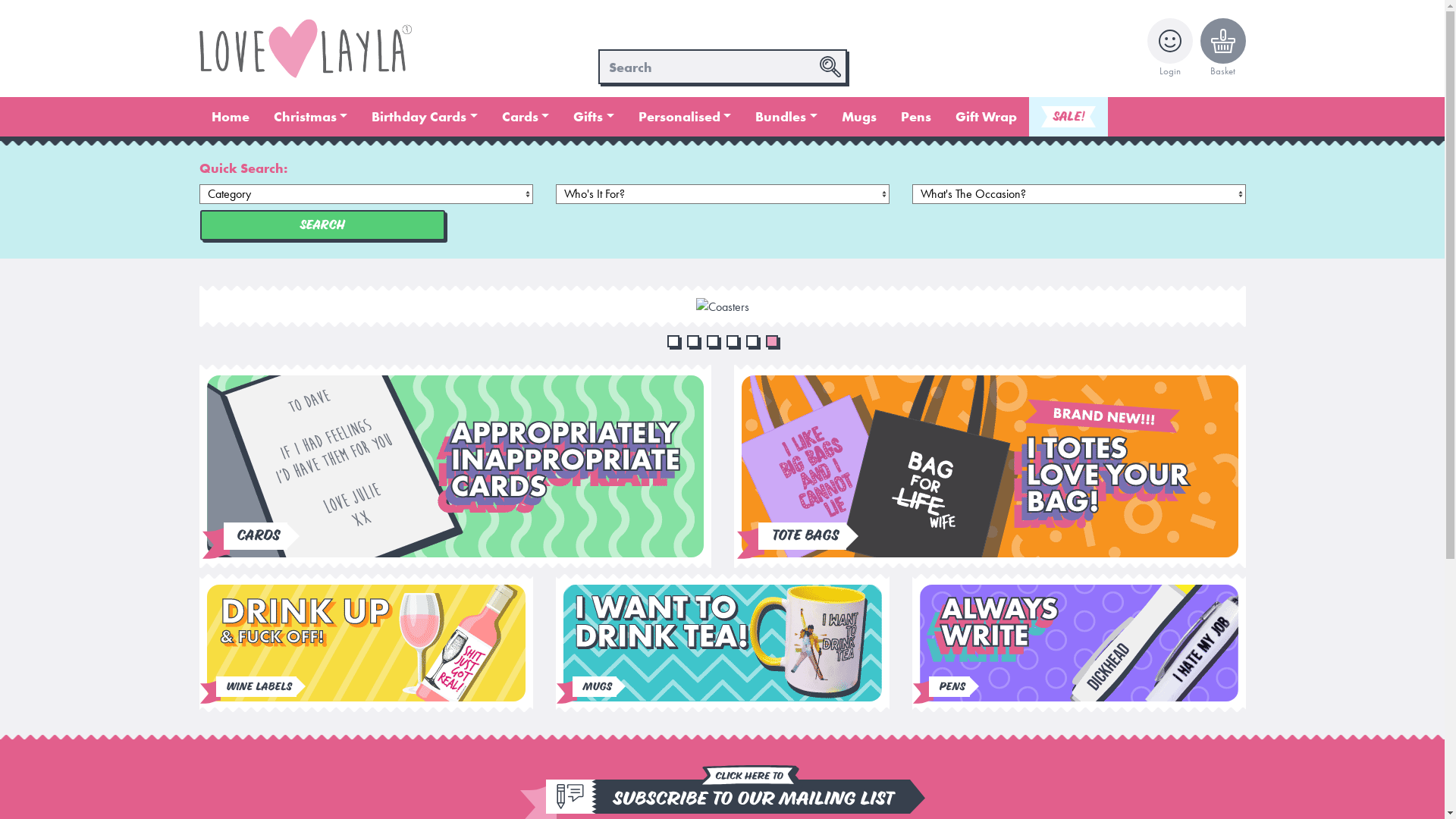 This screenshot has height=819, width=1456. I want to click on 'Pens', so click(915, 116).